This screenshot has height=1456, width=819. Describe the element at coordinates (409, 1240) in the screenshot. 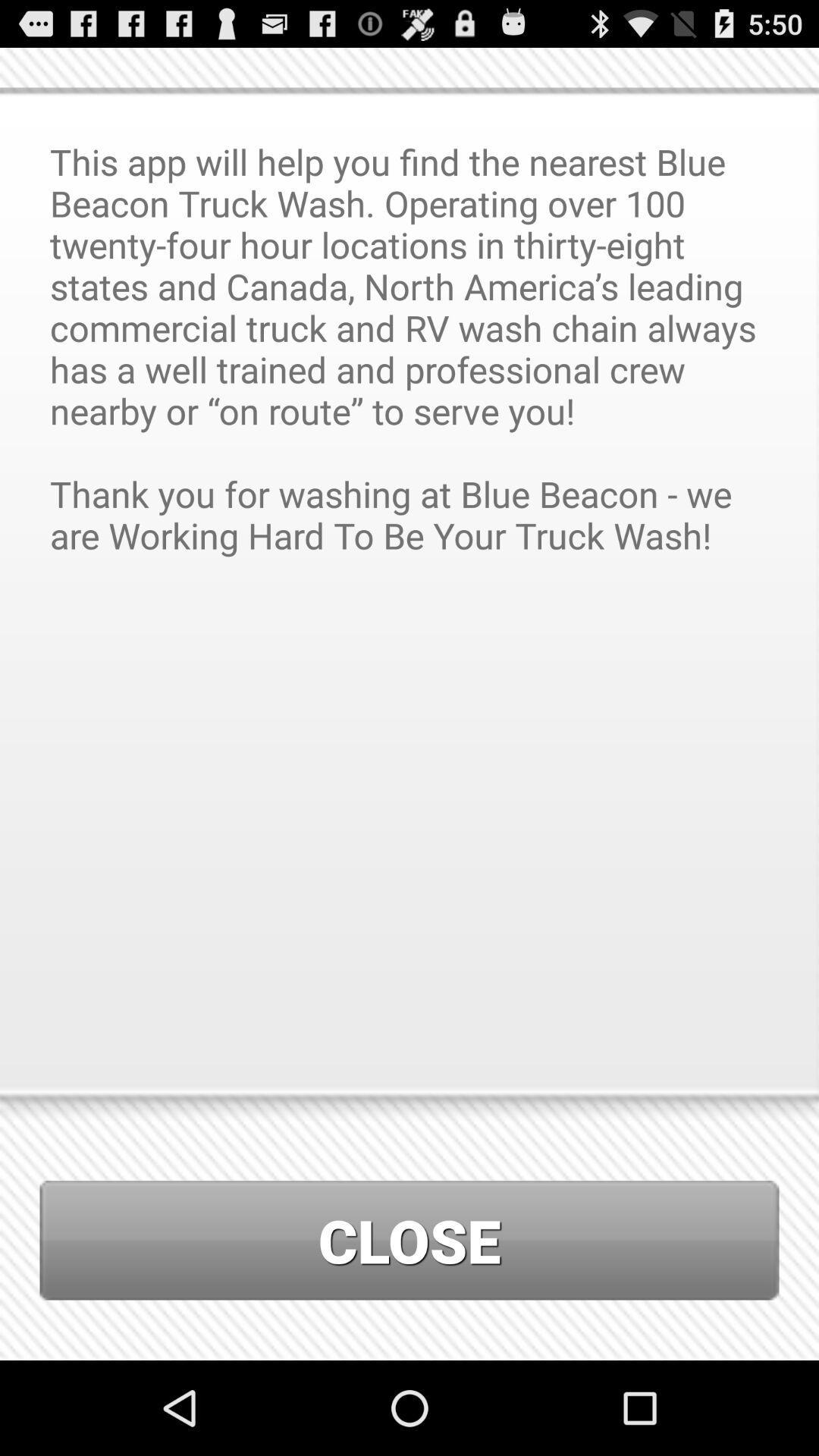

I see `the item at the bottom` at that location.